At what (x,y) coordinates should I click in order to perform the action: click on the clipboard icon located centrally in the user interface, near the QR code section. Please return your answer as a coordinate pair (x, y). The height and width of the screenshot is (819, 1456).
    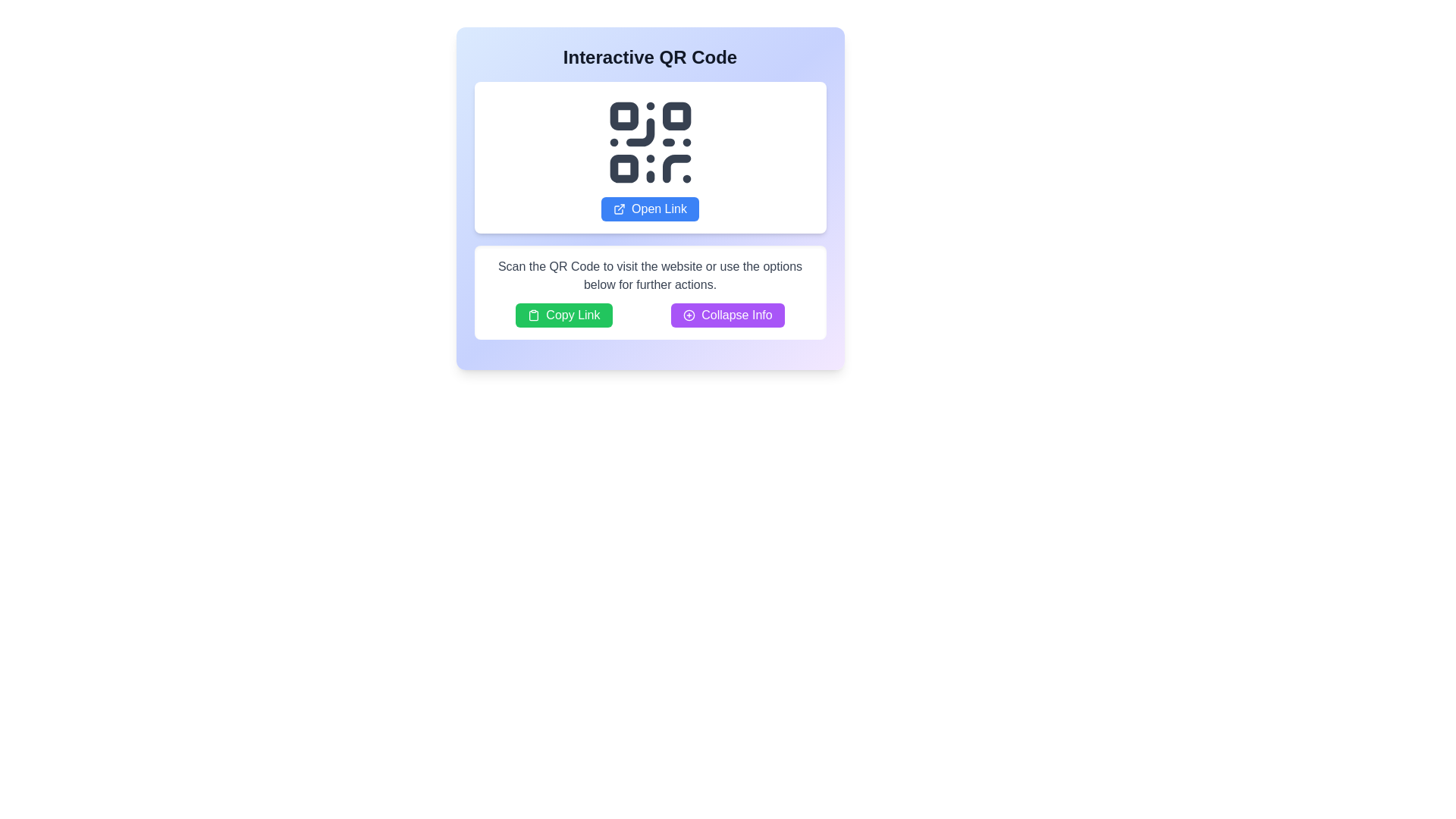
    Looking at the image, I should click on (534, 315).